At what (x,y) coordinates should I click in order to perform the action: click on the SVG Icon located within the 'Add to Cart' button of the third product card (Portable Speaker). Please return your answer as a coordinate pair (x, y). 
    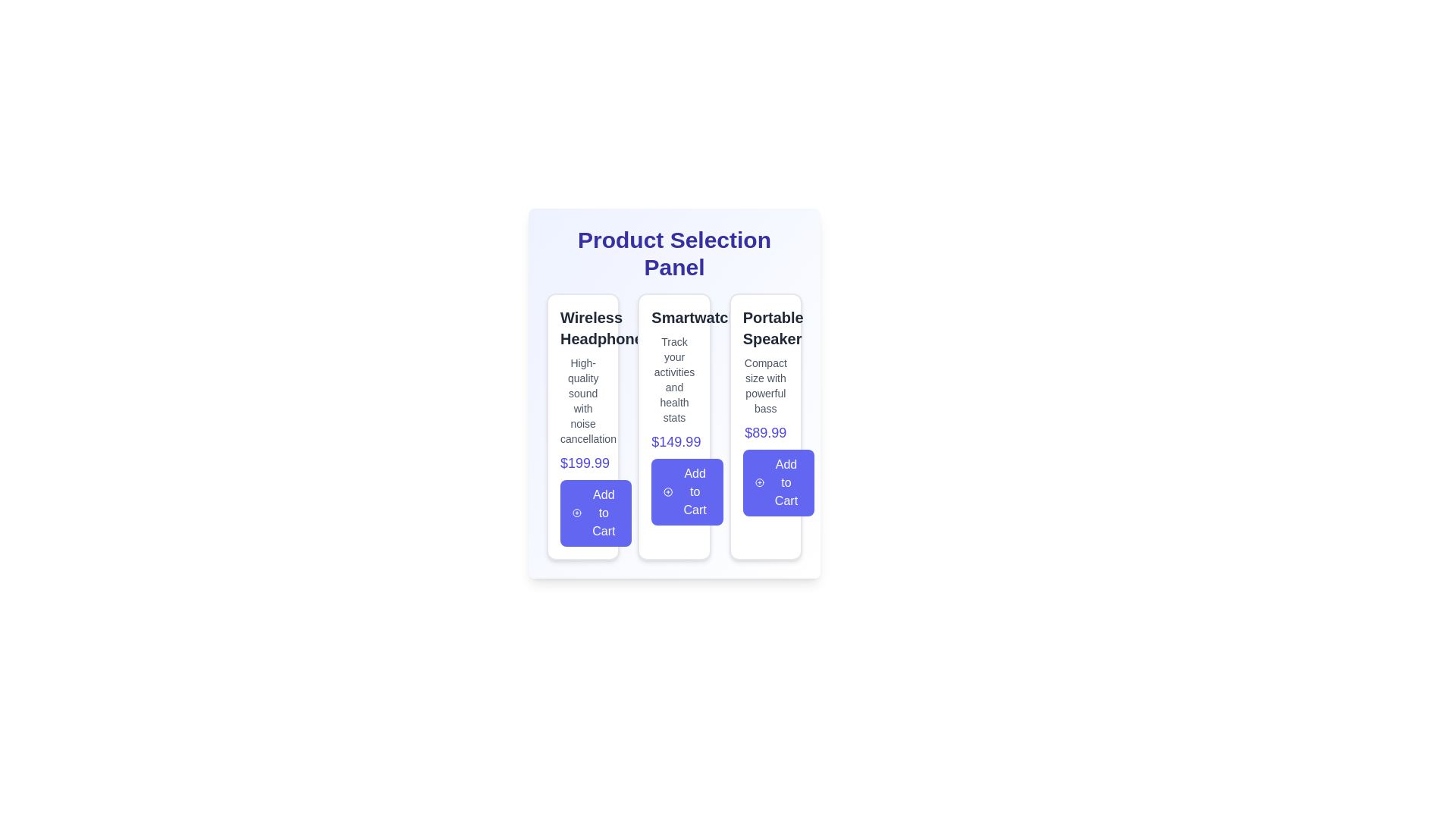
    Looking at the image, I should click on (759, 482).